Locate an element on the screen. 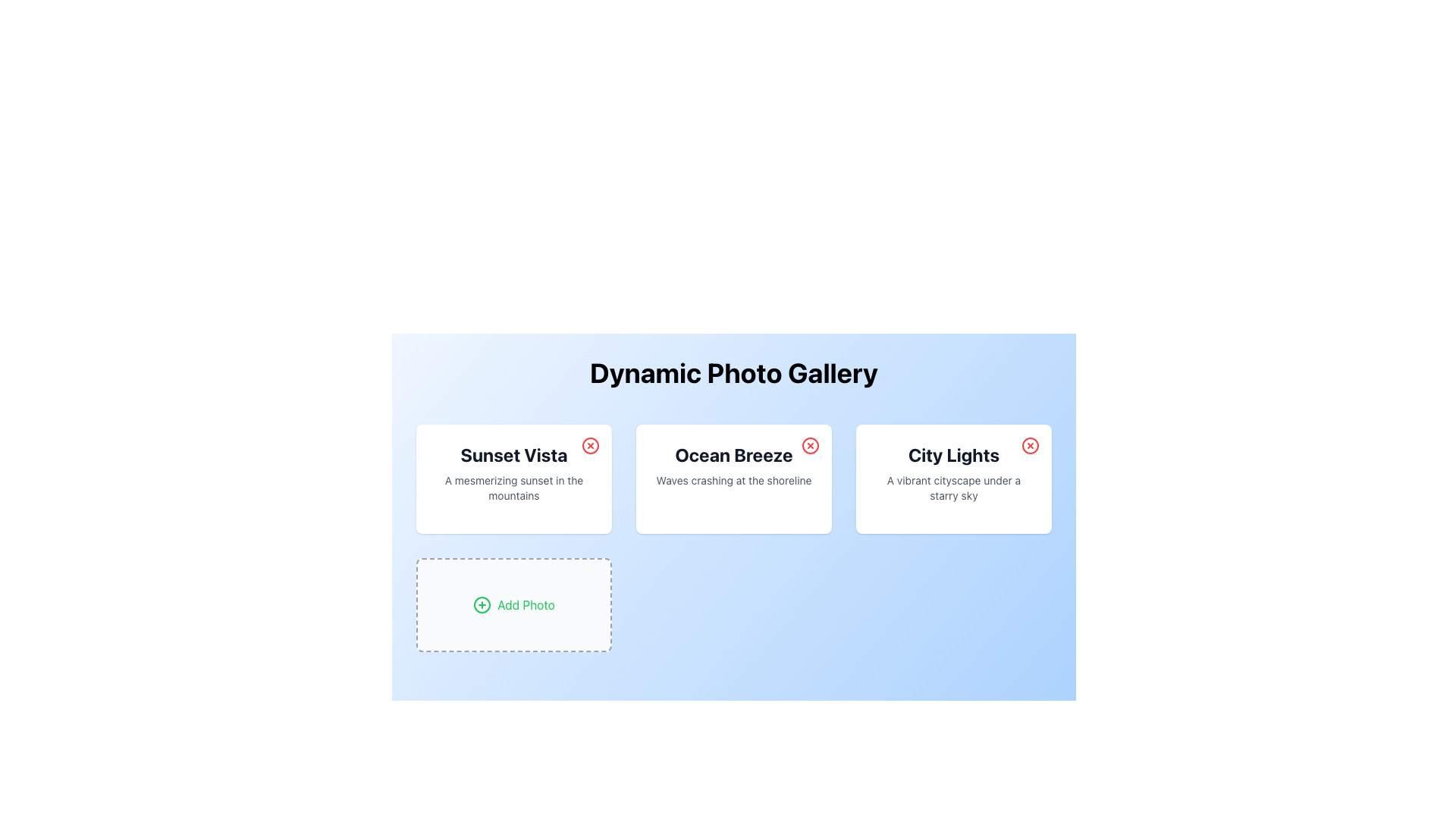 This screenshot has width=1456, height=819. the bold, large-sized text label 'Ocean Breeze' which is centrally aligned in the middle card of a horizontally arranged group of three cards is located at coordinates (734, 454).